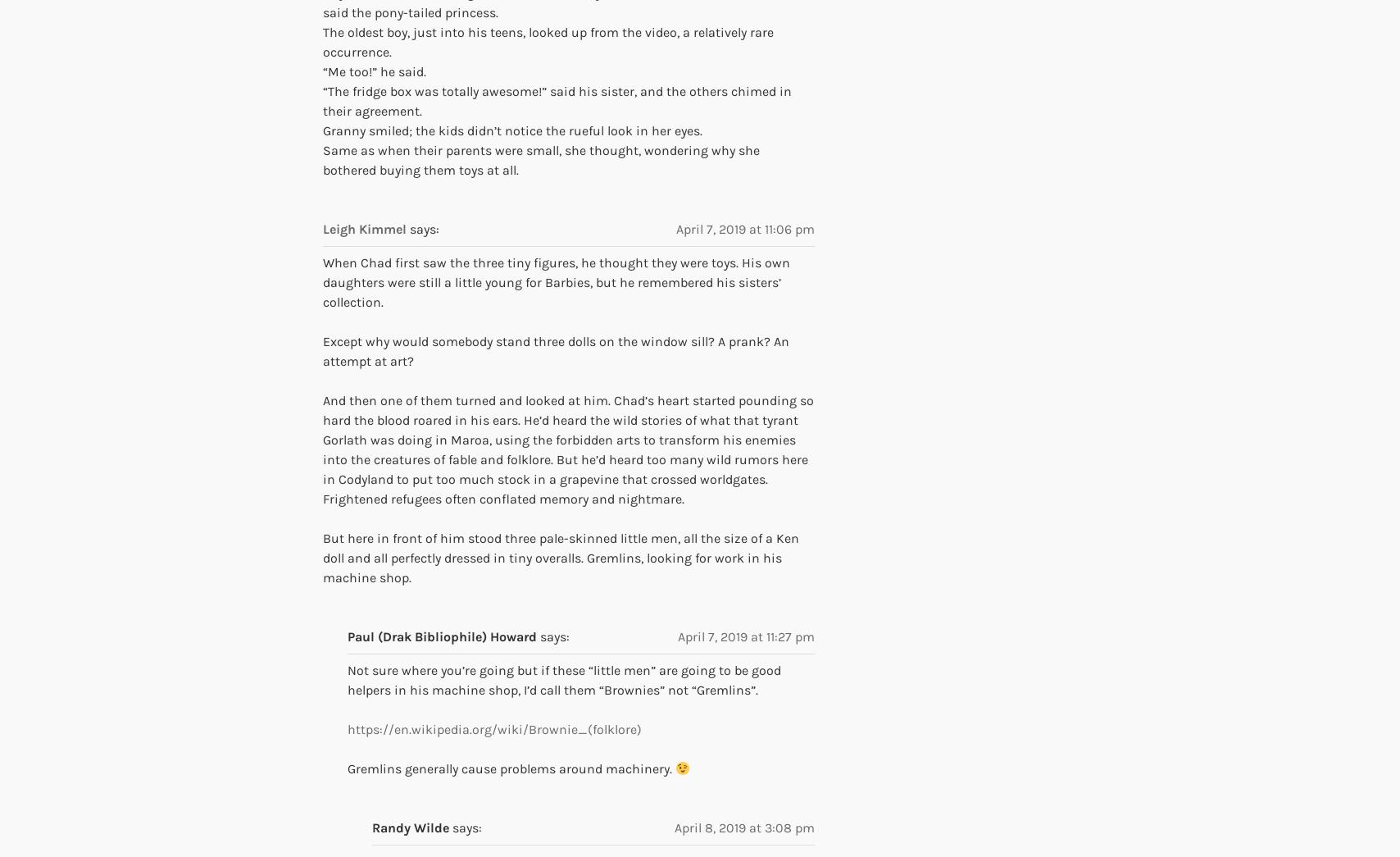  Describe the element at coordinates (364, 228) in the screenshot. I see `'Leigh Kimmel'` at that location.